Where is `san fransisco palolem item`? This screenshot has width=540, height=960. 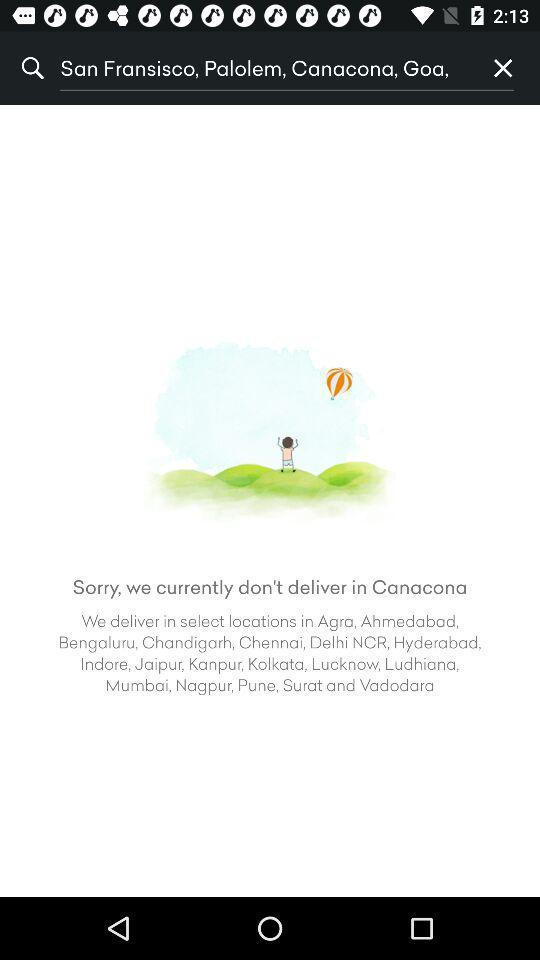
san fransisco palolem item is located at coordinates (263, 68).